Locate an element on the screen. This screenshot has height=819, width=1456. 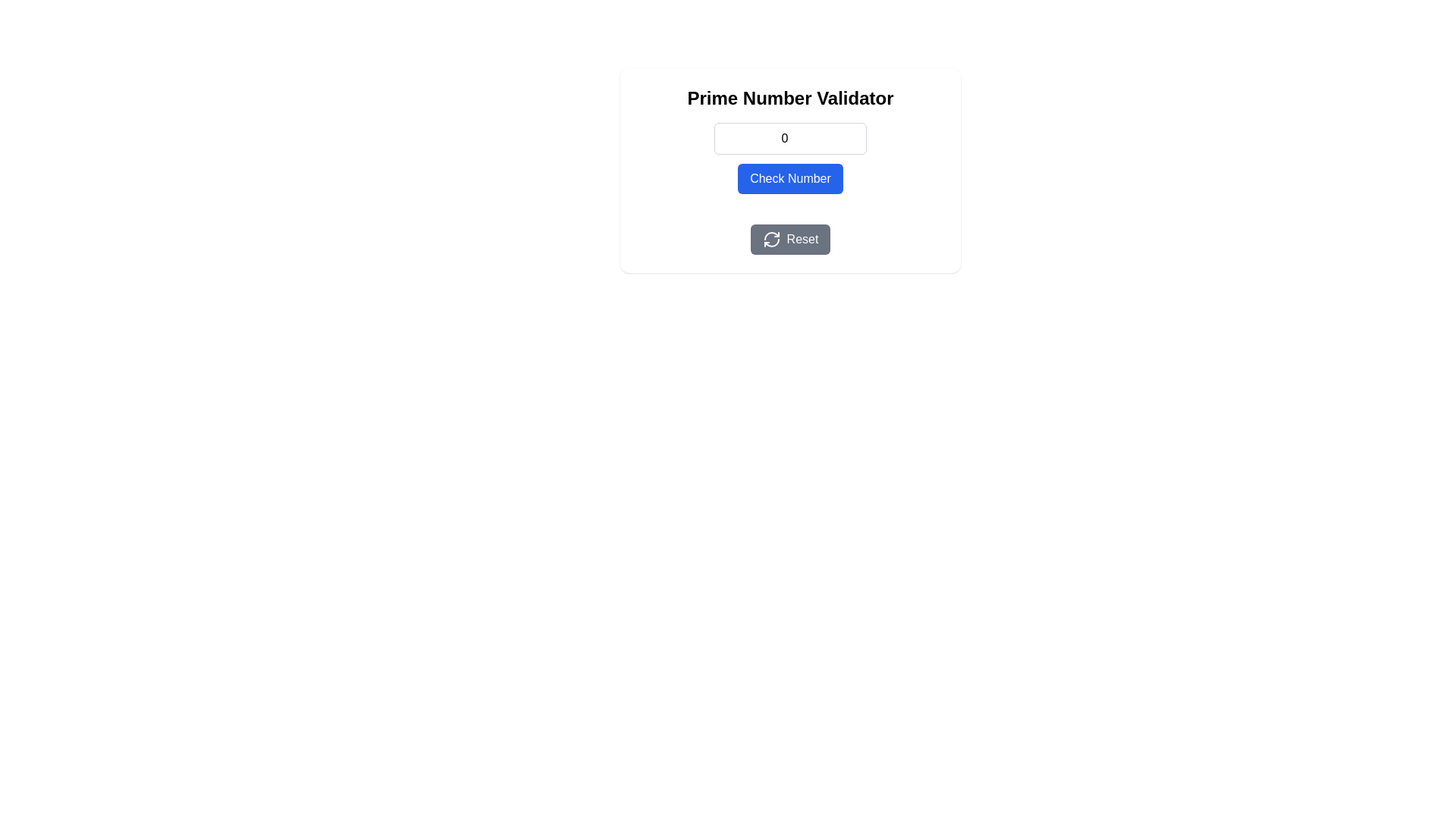
the Numeric Input Field to focus on it for inputting a numeric value is located at coordinates (789, 138).